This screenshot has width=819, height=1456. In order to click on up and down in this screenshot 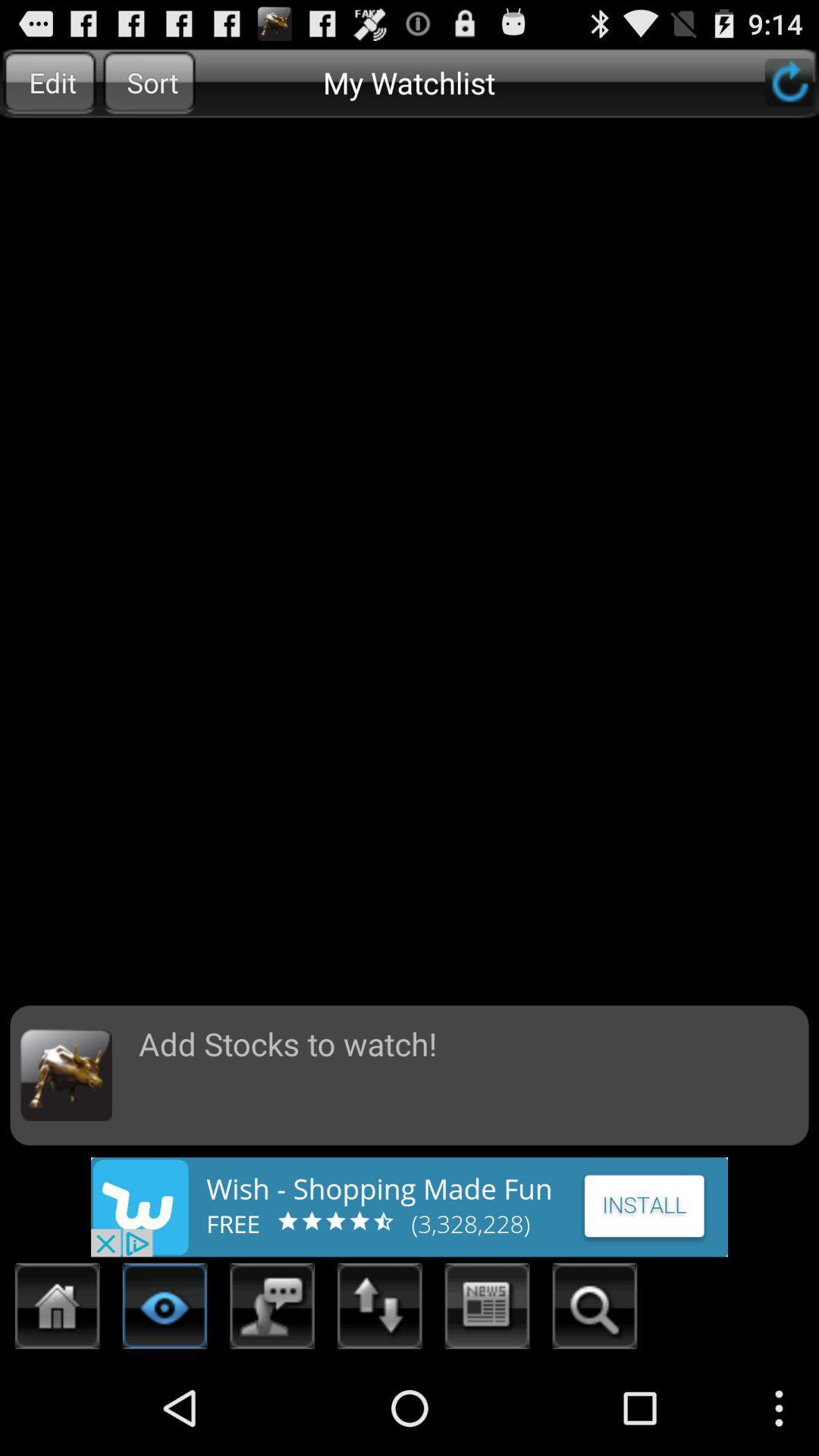, I will do `click(379, 1310)`.